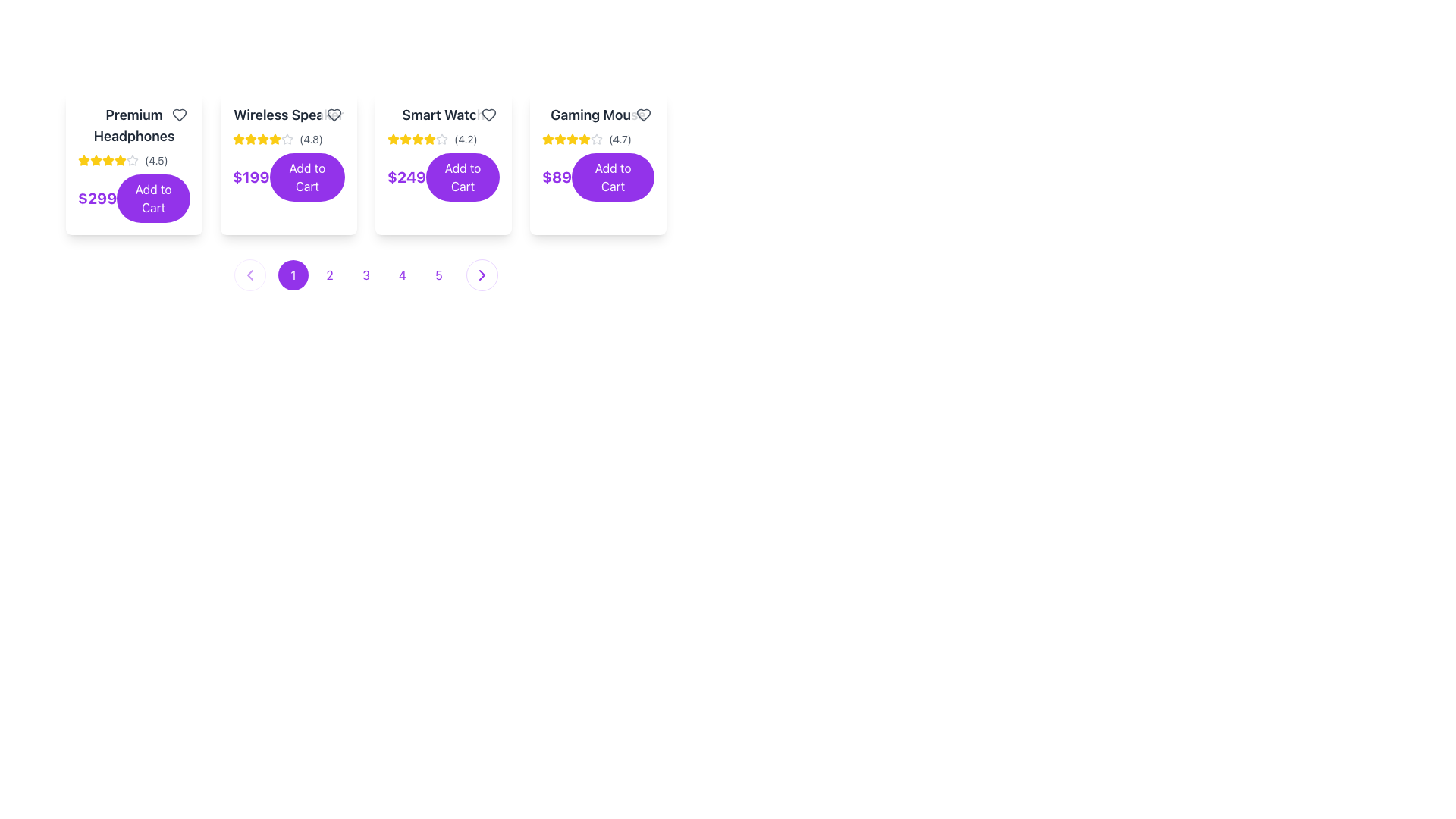 The image size is (1456, 819). Describe the element at coordinates (418, 140) in the screenshot. I see `the fourth star icon to rate the 'Smart Watch' product in the five-star rating system` at that location.